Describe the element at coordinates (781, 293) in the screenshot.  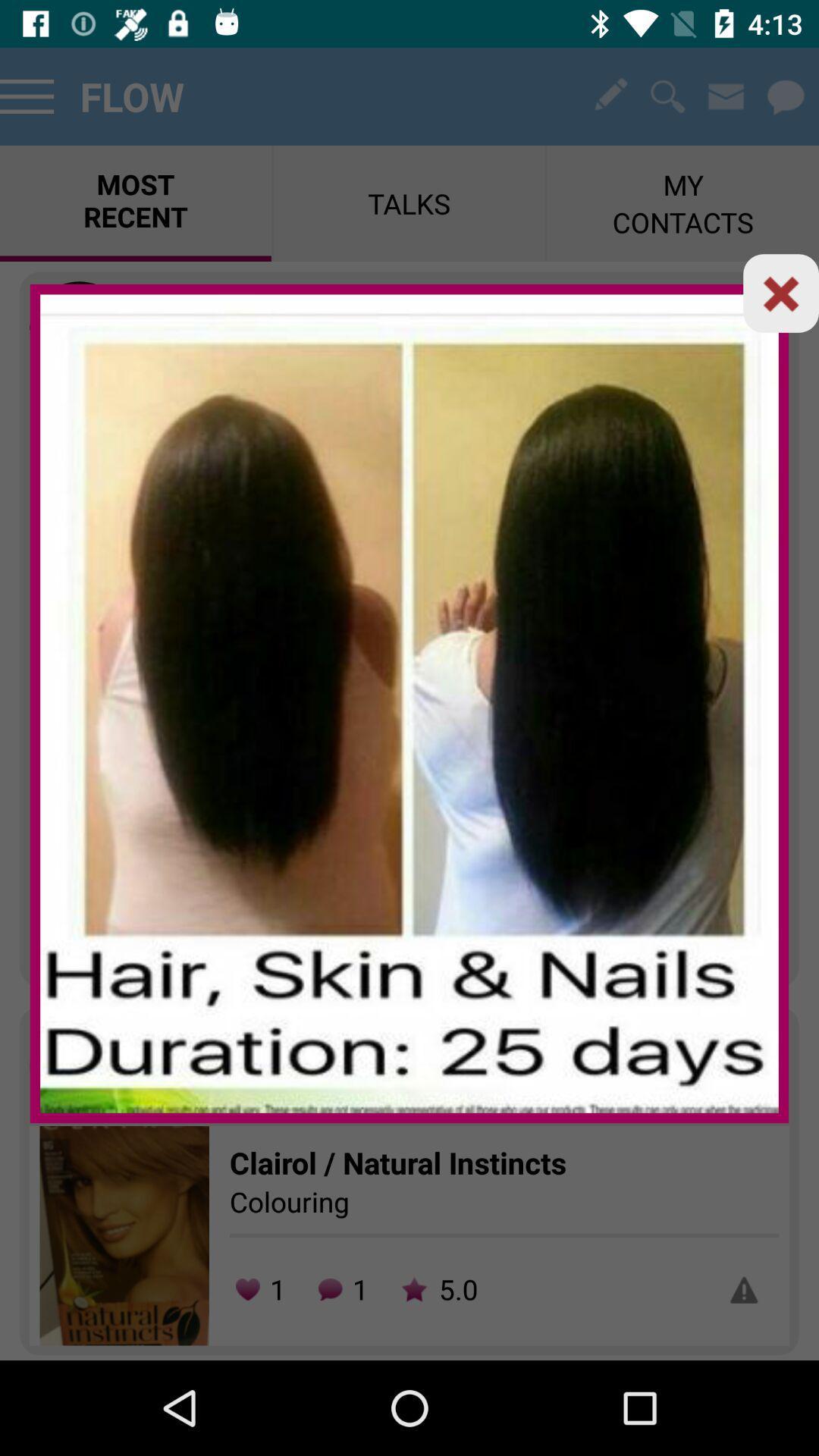
I see `tab` at that location.